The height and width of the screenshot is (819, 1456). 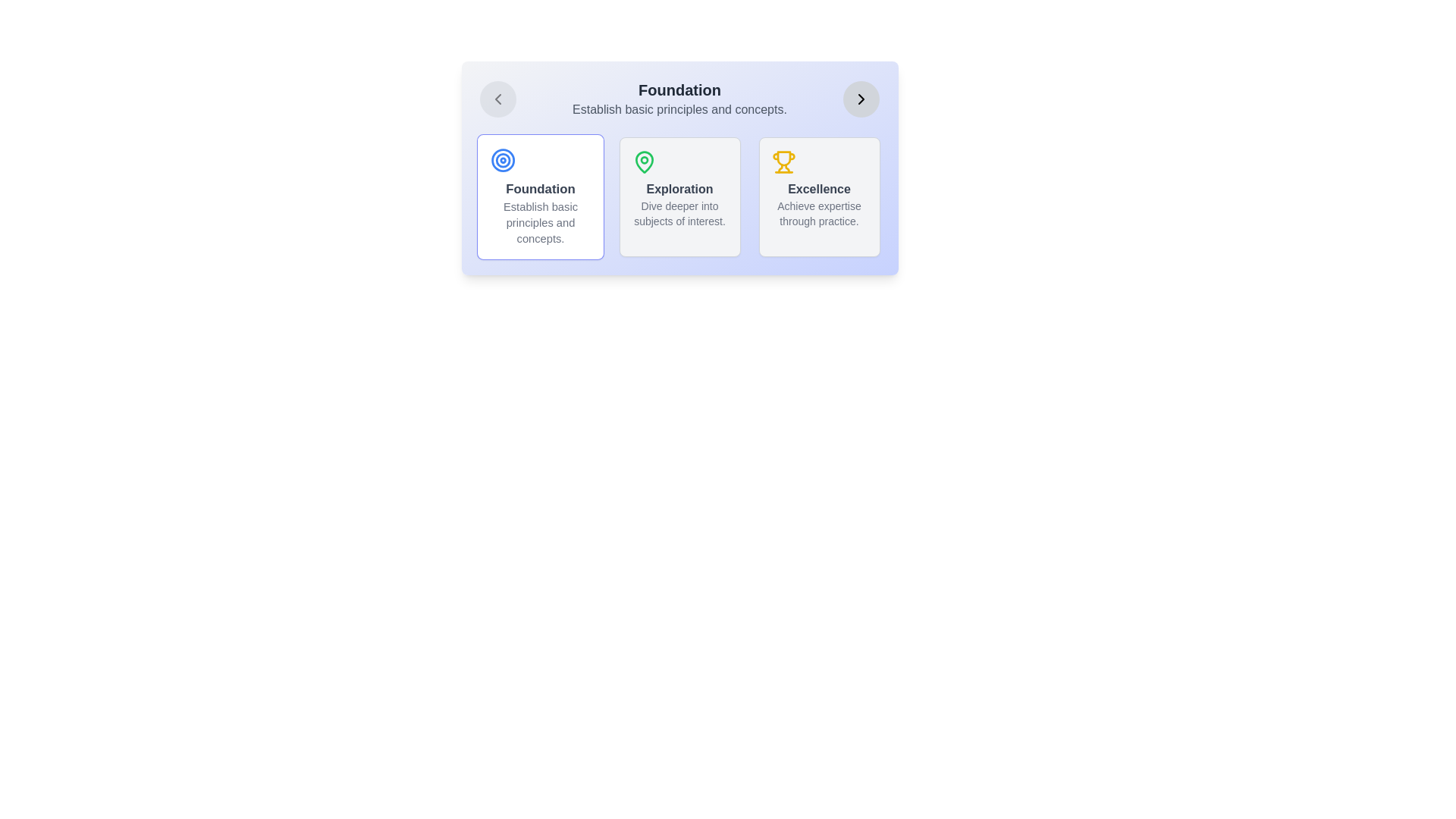 What do you see at coordinates (783, 162) in the screenshot?
I see `the trophy icon in the 'Excellence' card, which is designed in a yellow line-art style and indicates achievement` at bounding box center [783, 162].